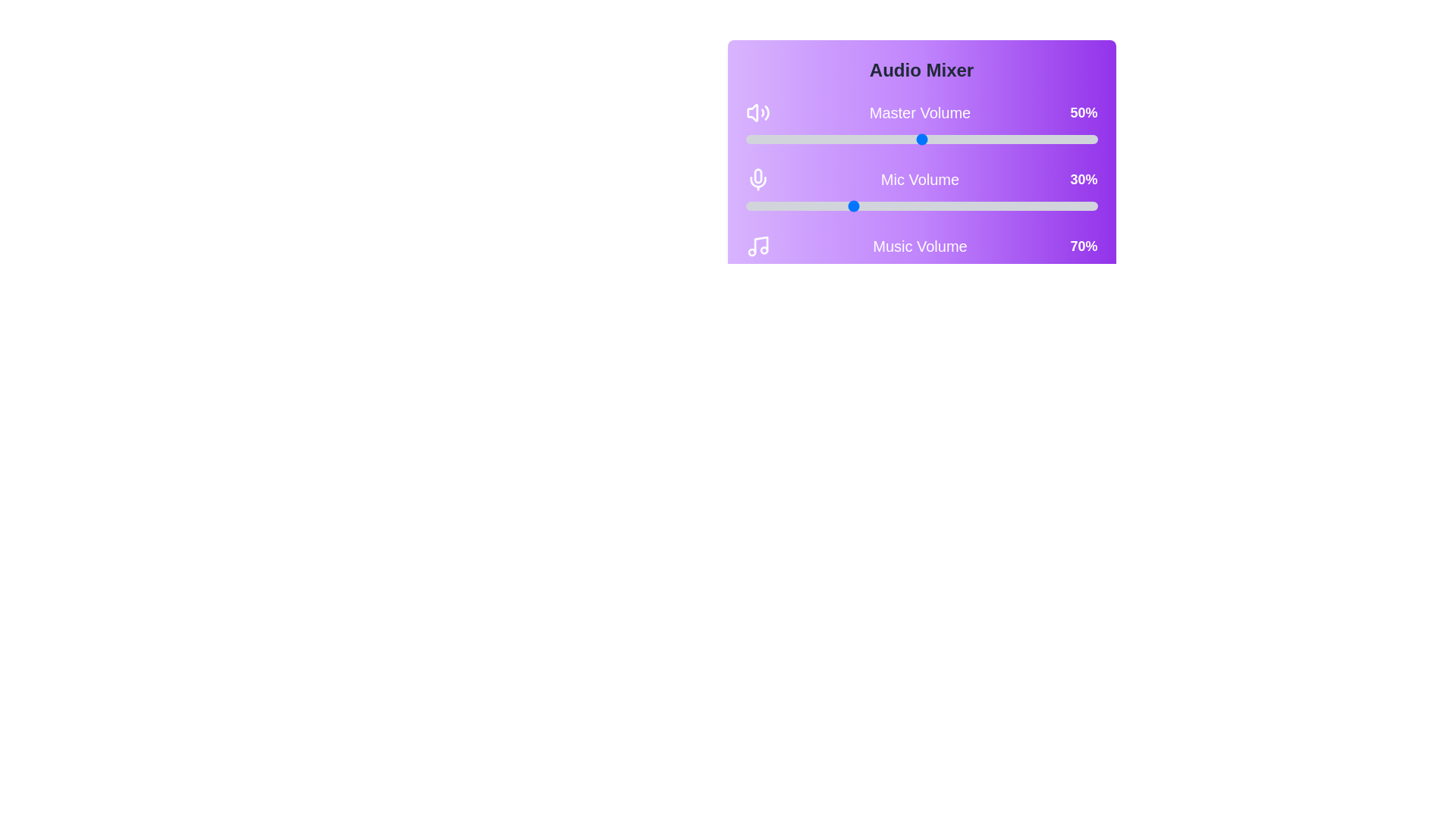 The width and height of the screenshot is (1456, 819). Describe the element at coordinates (1083, 112) in the screenshot. I see `the static text label displaying the percentage value of 'Master Volume', located at the top-center area of the interface` at that location.